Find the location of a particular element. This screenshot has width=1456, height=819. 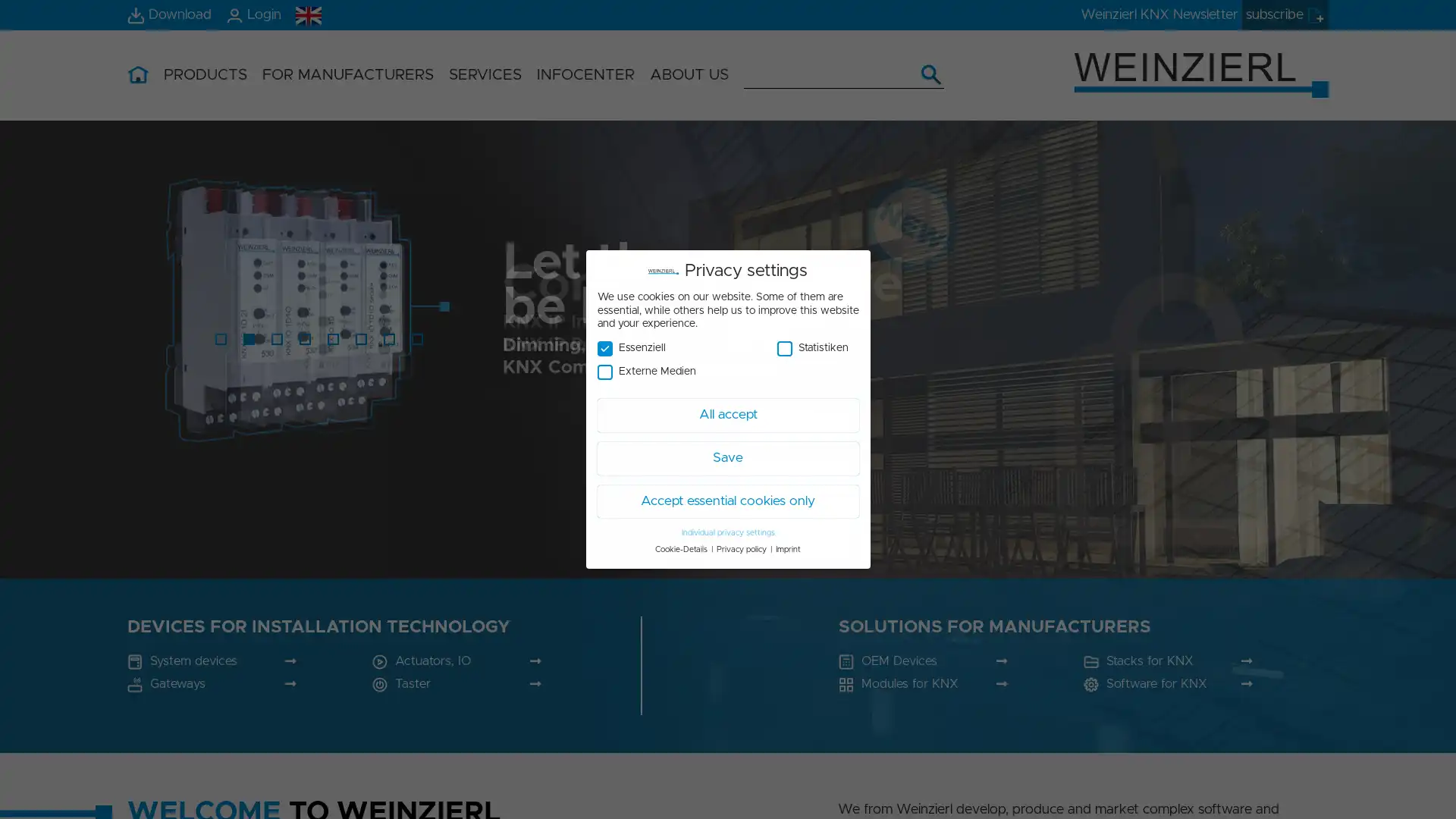

Save is located at coordinates (668, 702).